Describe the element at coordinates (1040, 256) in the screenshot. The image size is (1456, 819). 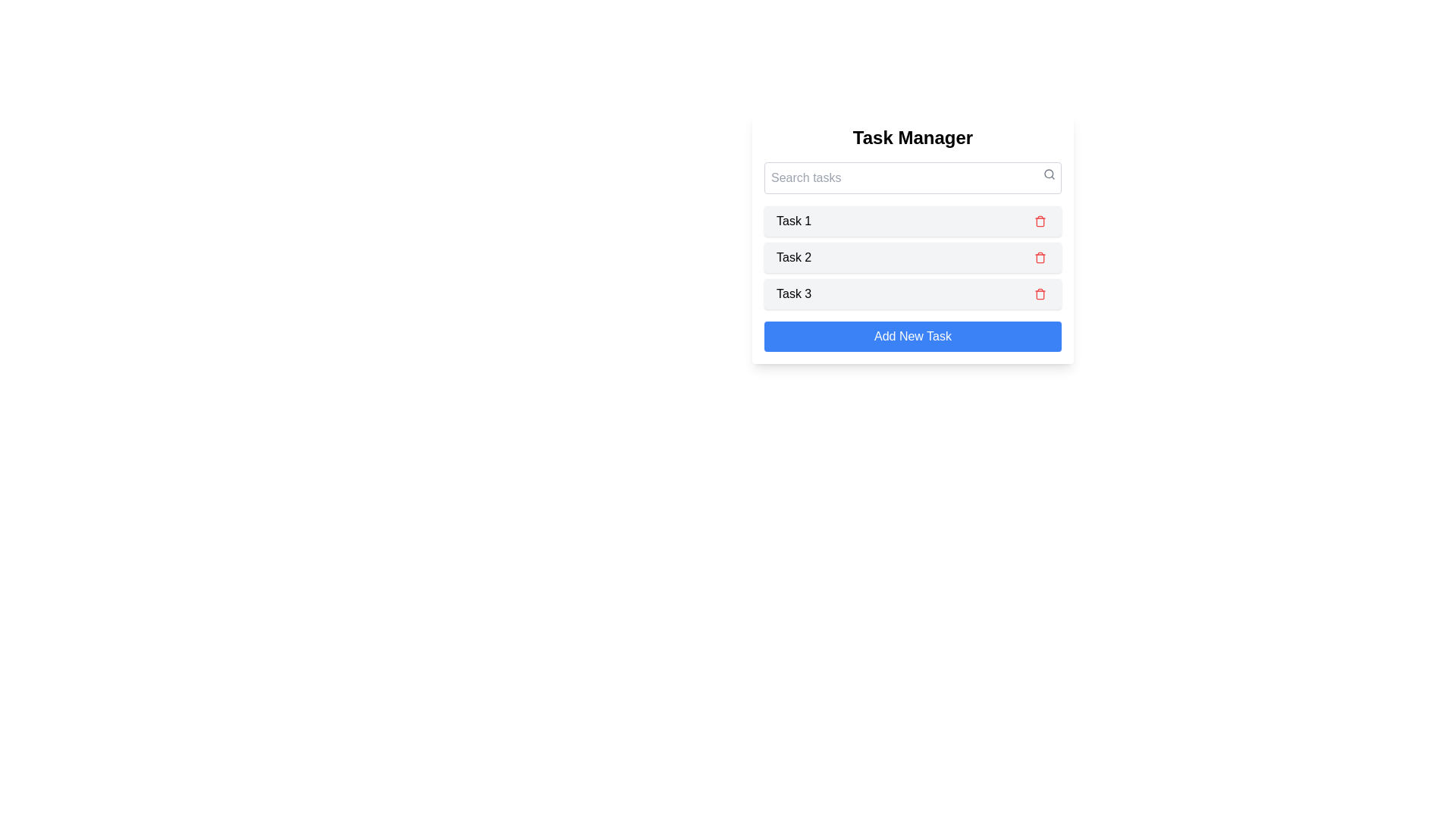
I see `the delete icon for task 2` at that location.